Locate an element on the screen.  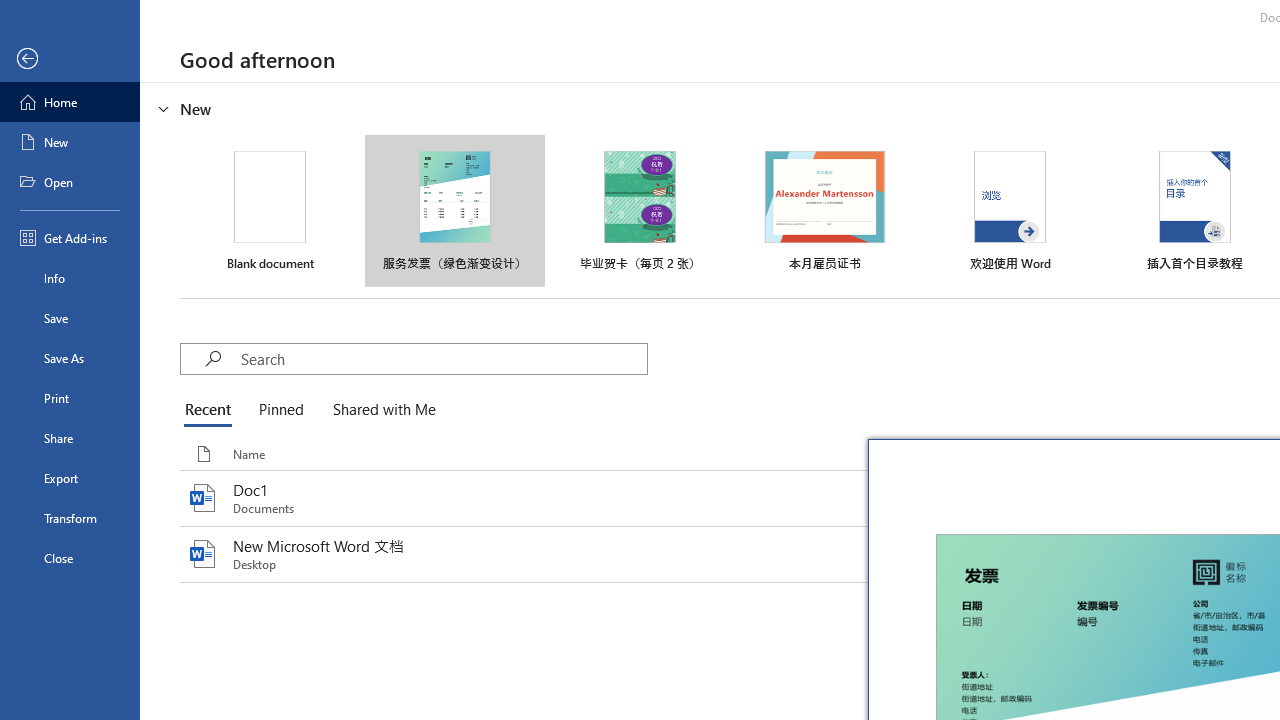
'Pinned' is located at coordinates (279, 410).